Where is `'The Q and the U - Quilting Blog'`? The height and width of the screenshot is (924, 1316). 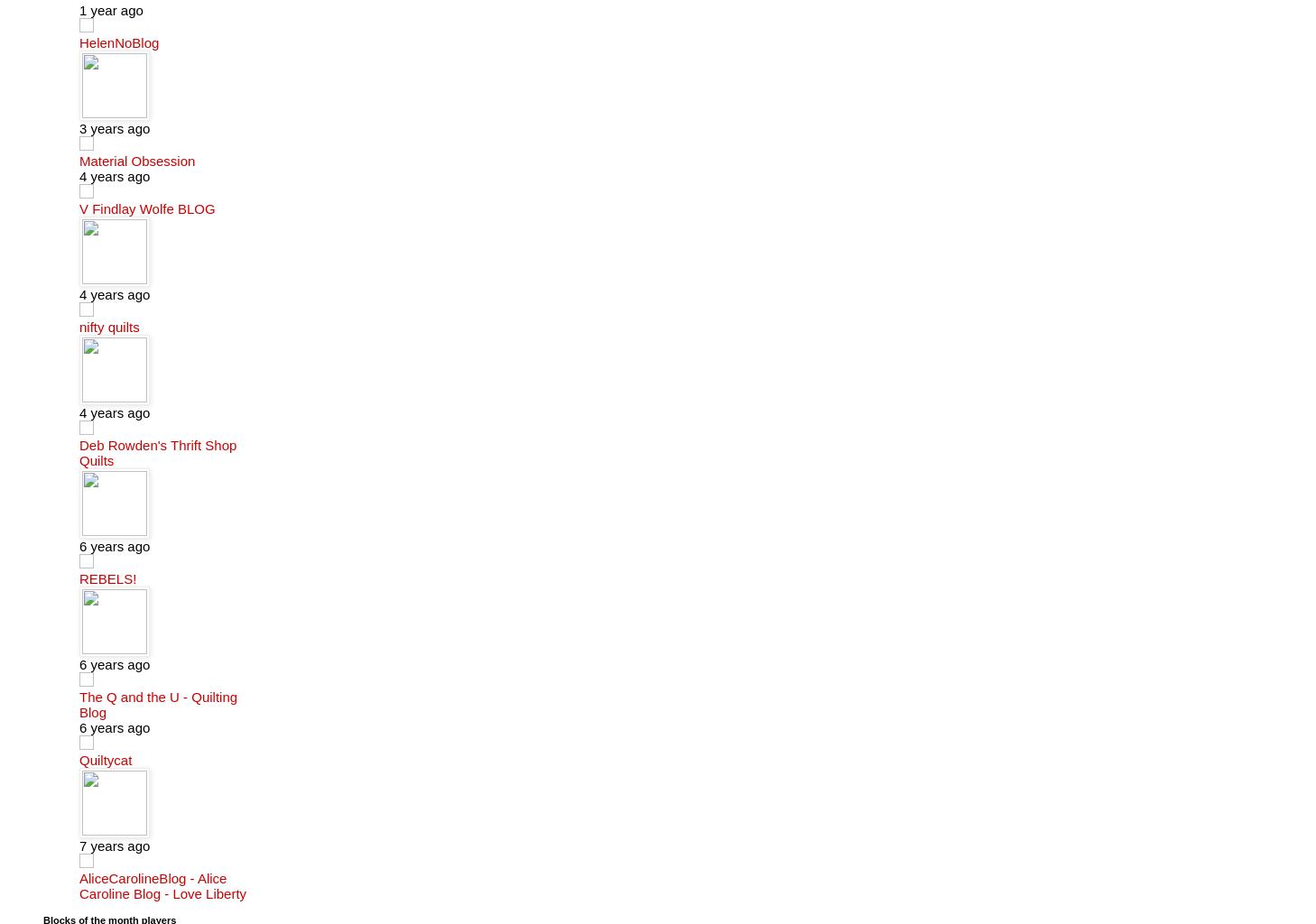
'The Q and the U - Quilting Blog' is located at coordinates (157, 703).